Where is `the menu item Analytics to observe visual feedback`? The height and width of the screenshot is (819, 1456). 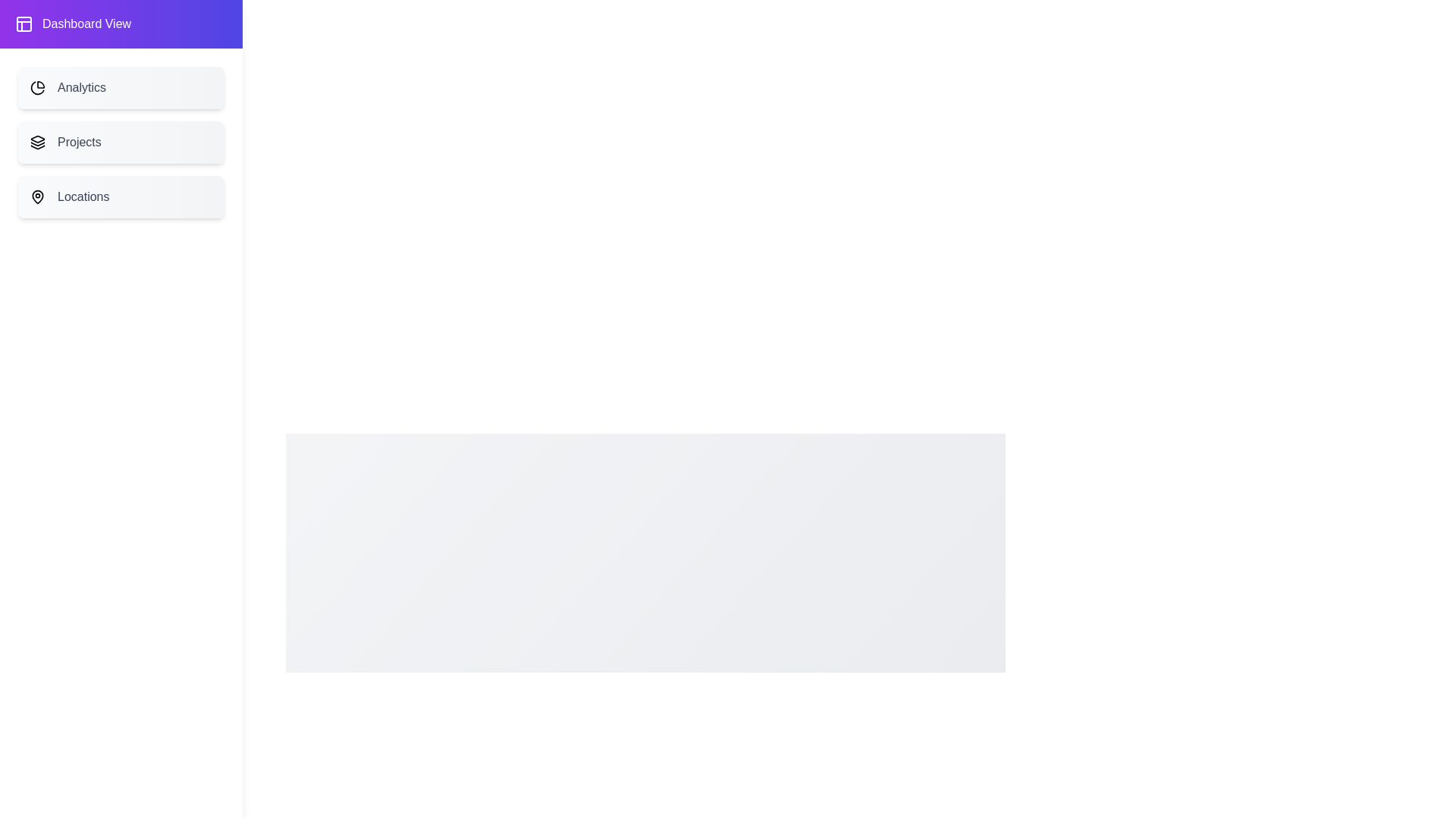
the menu item Analytics to observe visual feedback is located at coordinates (120, 87).